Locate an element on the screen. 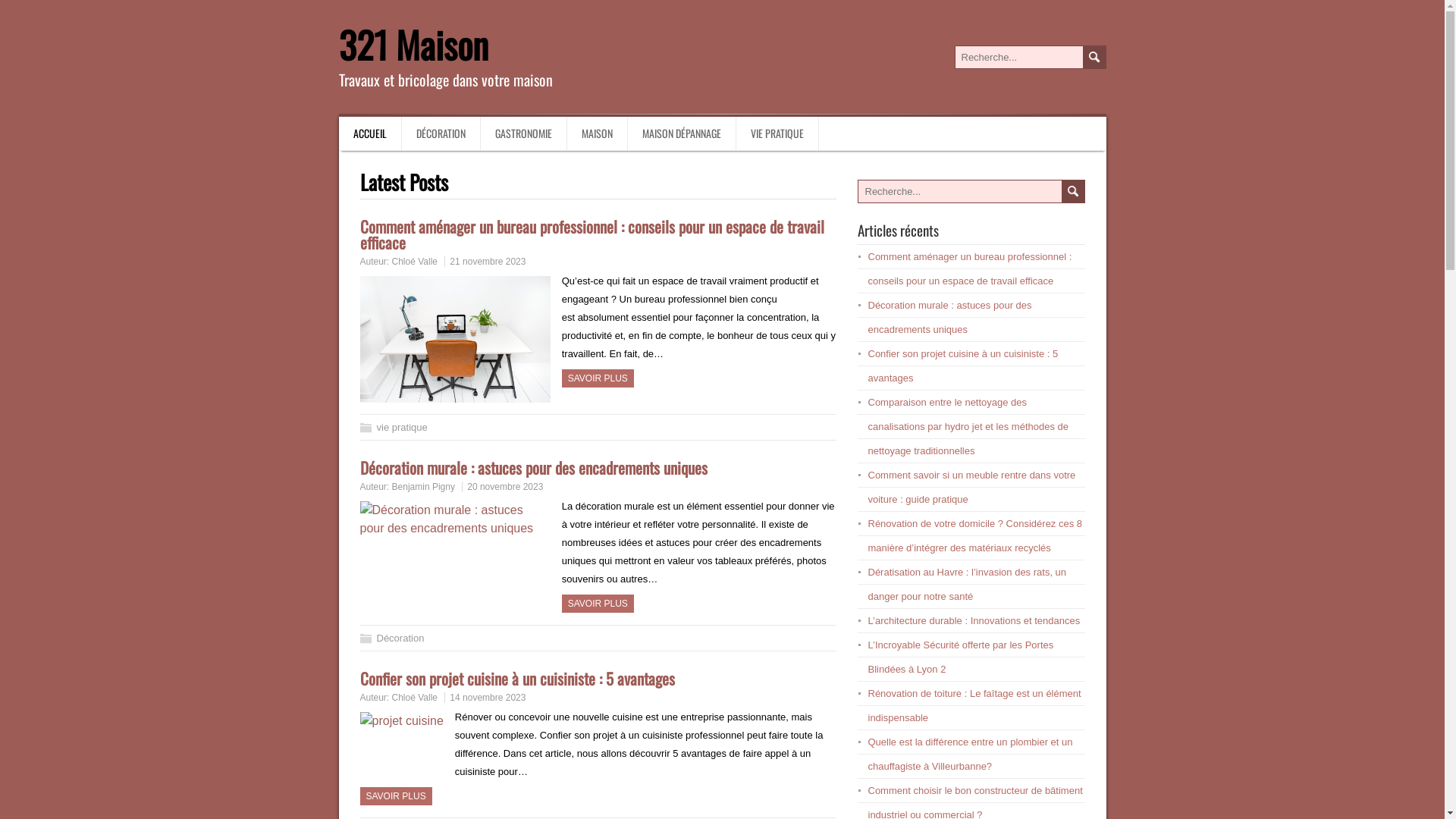 This screenshot has width=1456, height=819. 'Benjamin Pigny' is located at coordinates (423, 486).